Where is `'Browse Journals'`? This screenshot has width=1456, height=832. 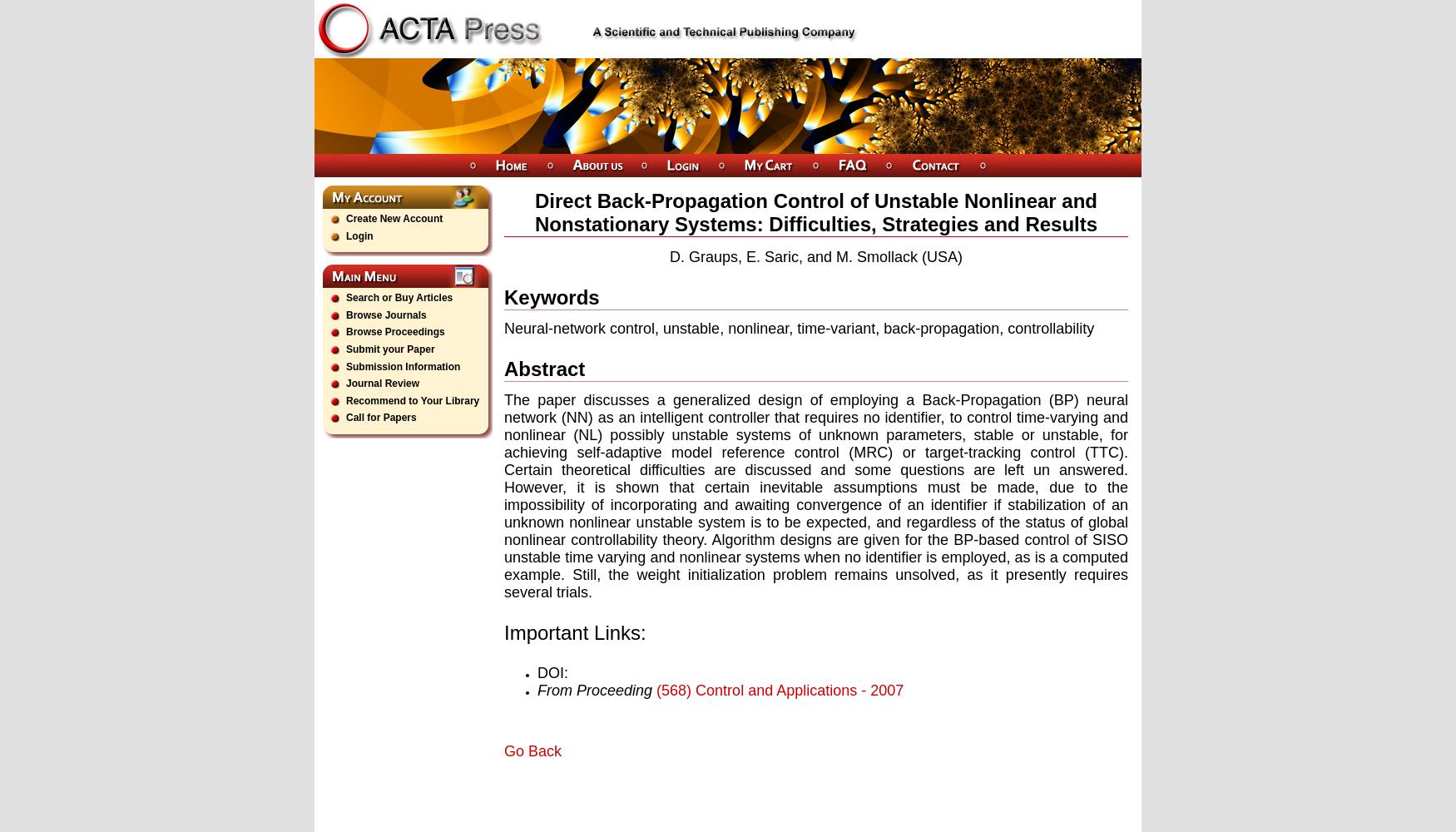
'Browse Journals' is located at coordinates (385, 314).